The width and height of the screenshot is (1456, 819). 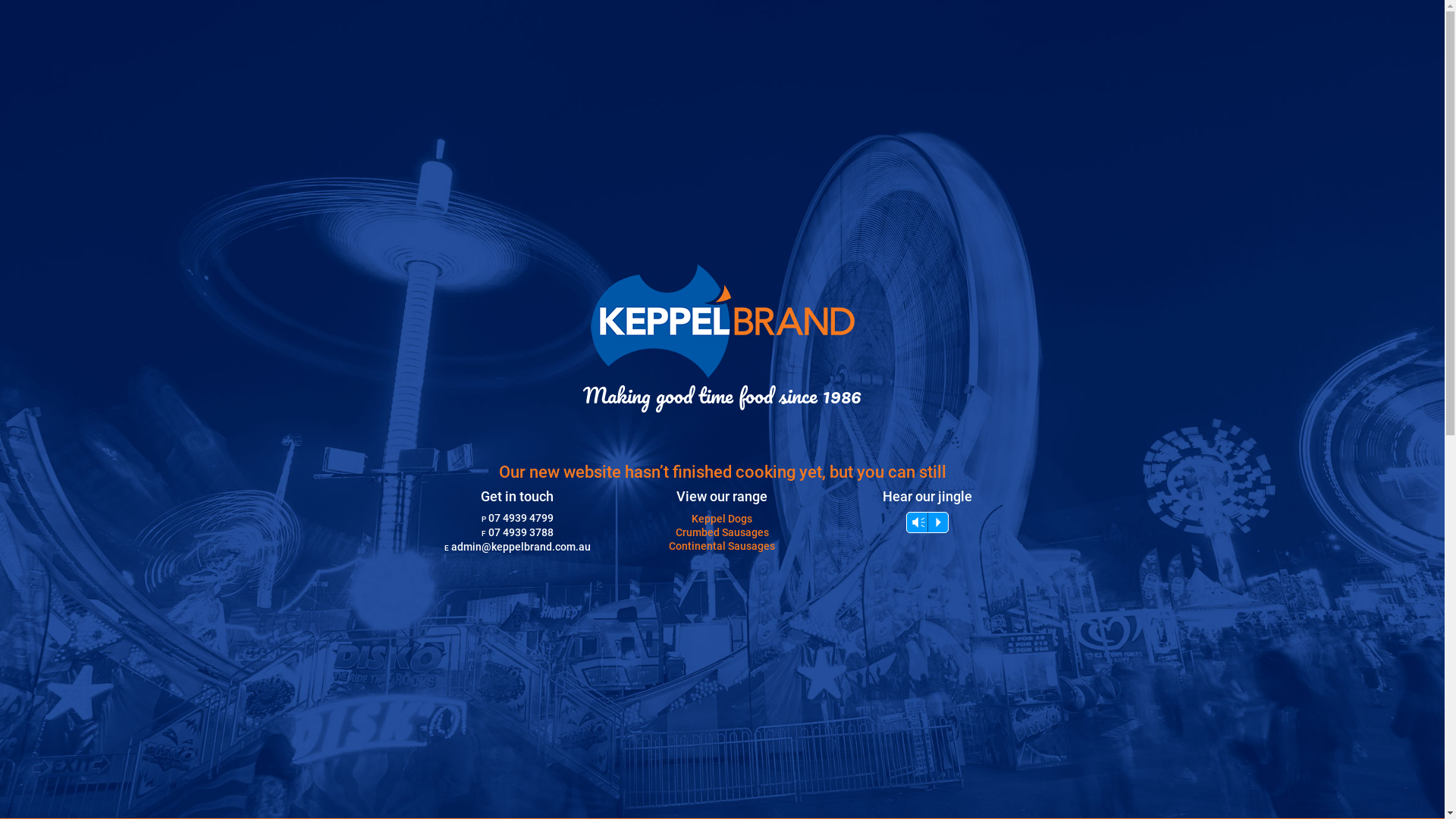 I want to click on 'Continental Sausages', so click(x=720, y=546).